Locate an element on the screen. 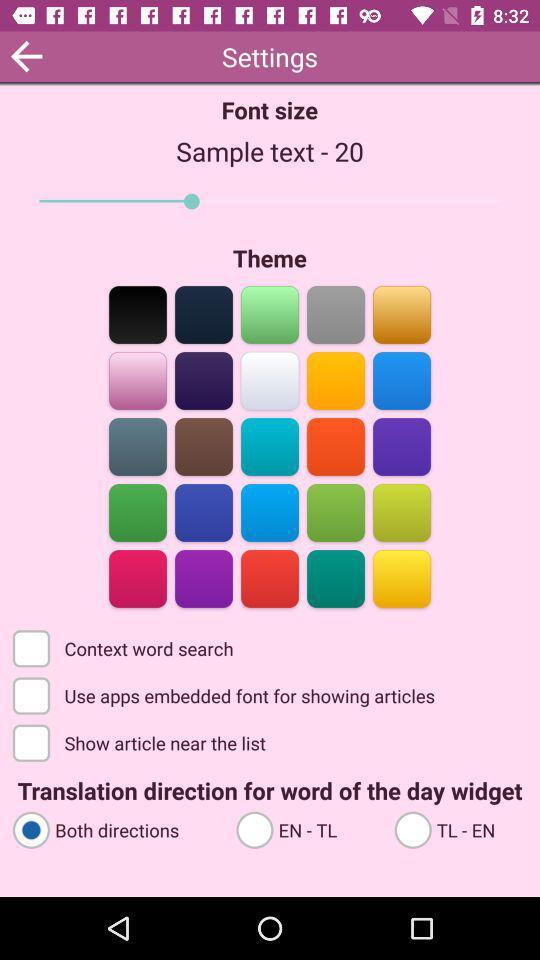 The height and width of the screenshot is (960, 540). pick green is located at coordinates (335, 510).